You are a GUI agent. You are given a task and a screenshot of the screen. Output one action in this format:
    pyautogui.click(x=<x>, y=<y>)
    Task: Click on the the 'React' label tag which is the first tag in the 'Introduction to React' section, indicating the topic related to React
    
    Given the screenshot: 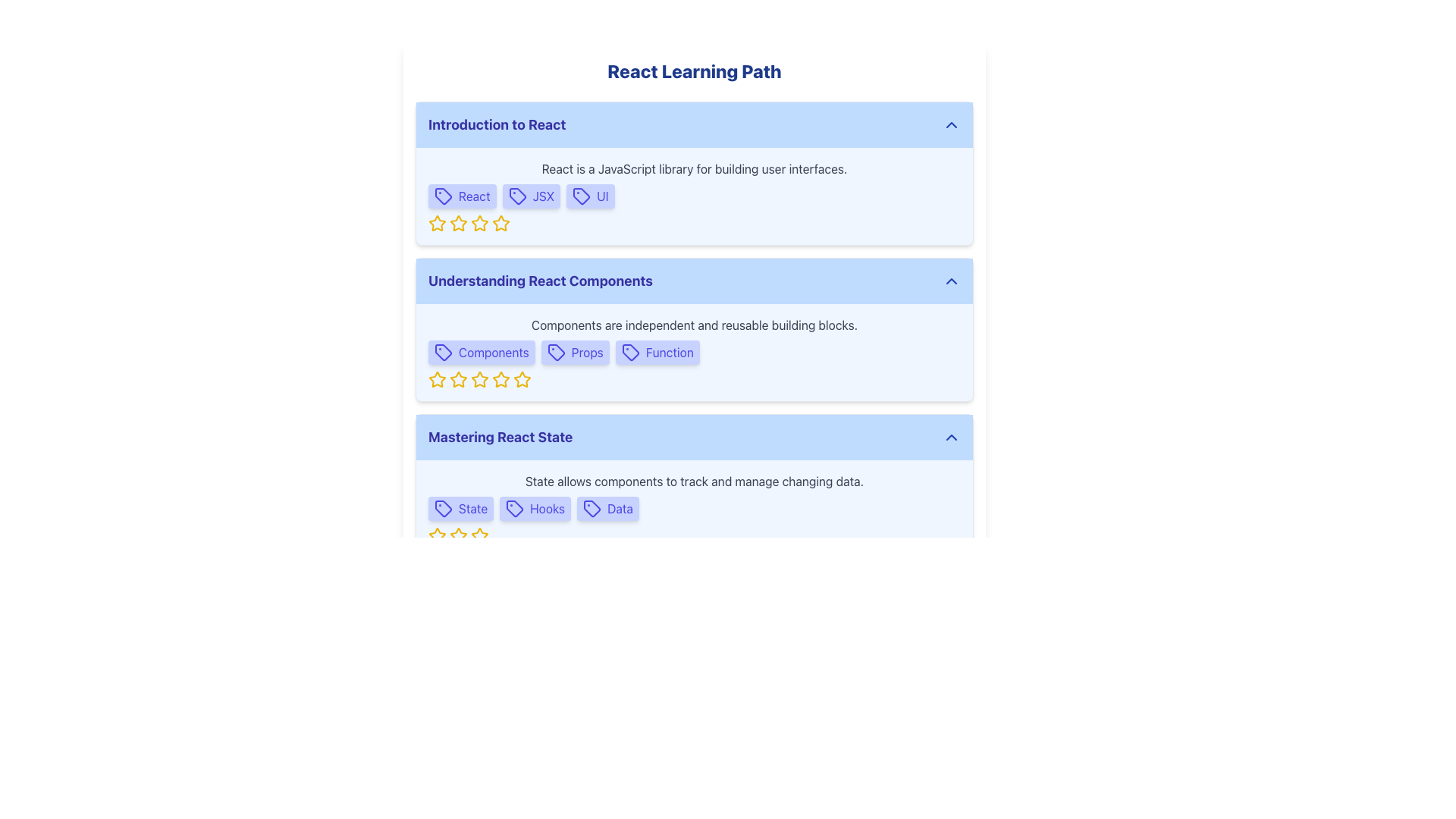 What is the action you would take?
    pyautogui.click(x=461, y=195)
    